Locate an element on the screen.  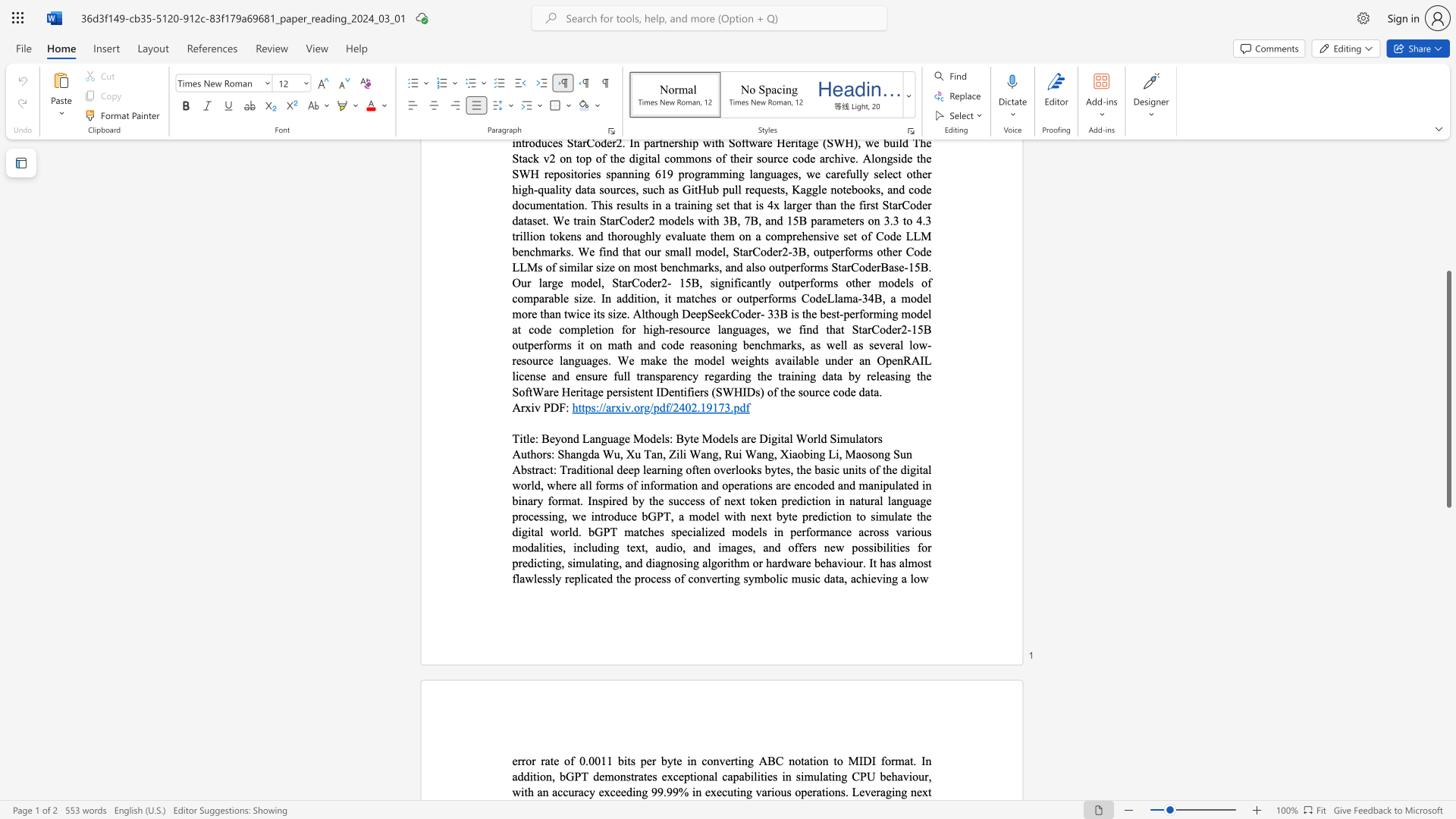
the subset text ", achieving a" within the text "replicated the process of converting symbolic music data, achieving a low" is located at coordinates (843, 578).